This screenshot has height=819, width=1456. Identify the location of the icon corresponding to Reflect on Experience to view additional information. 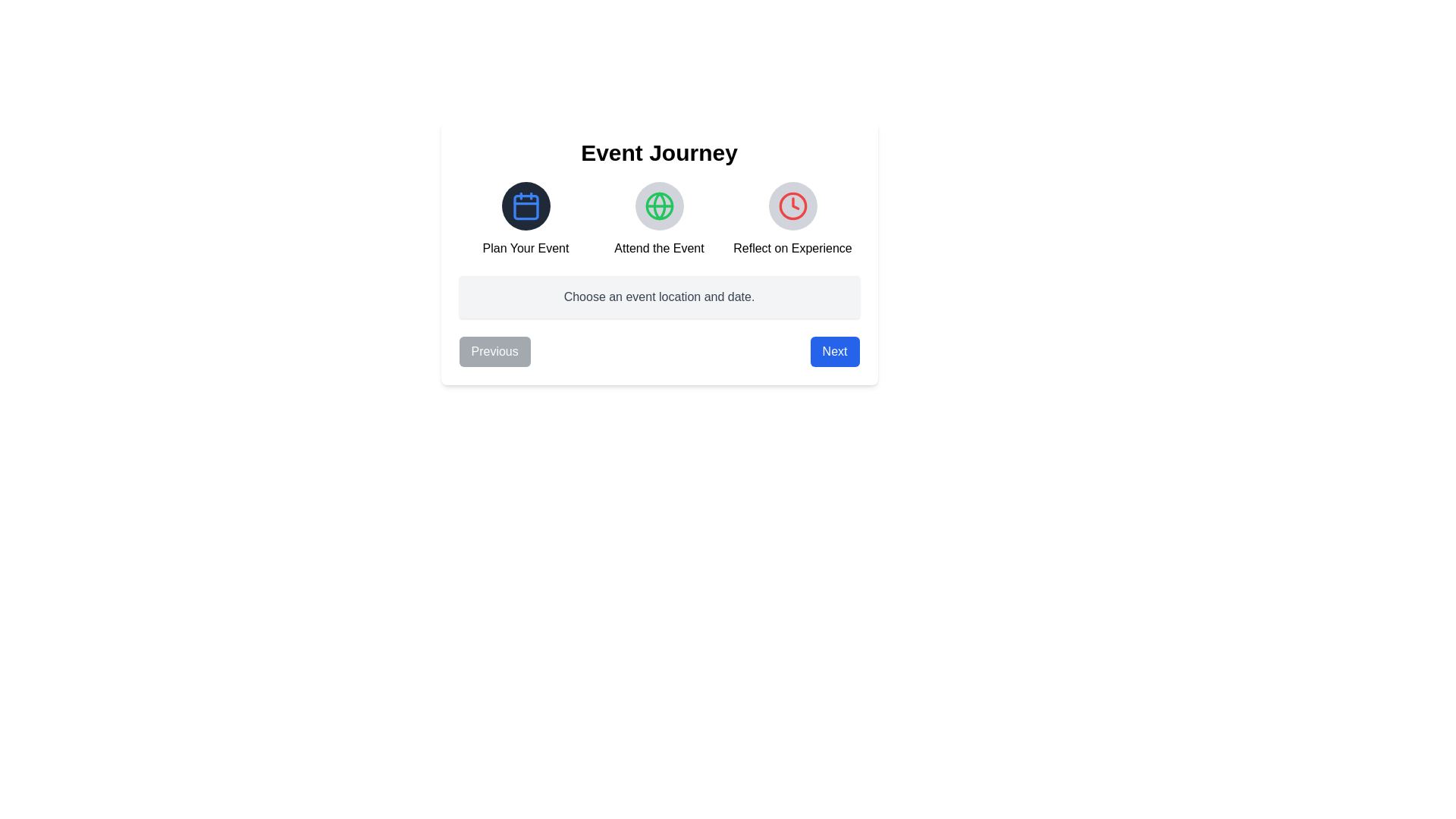
(792, 206).